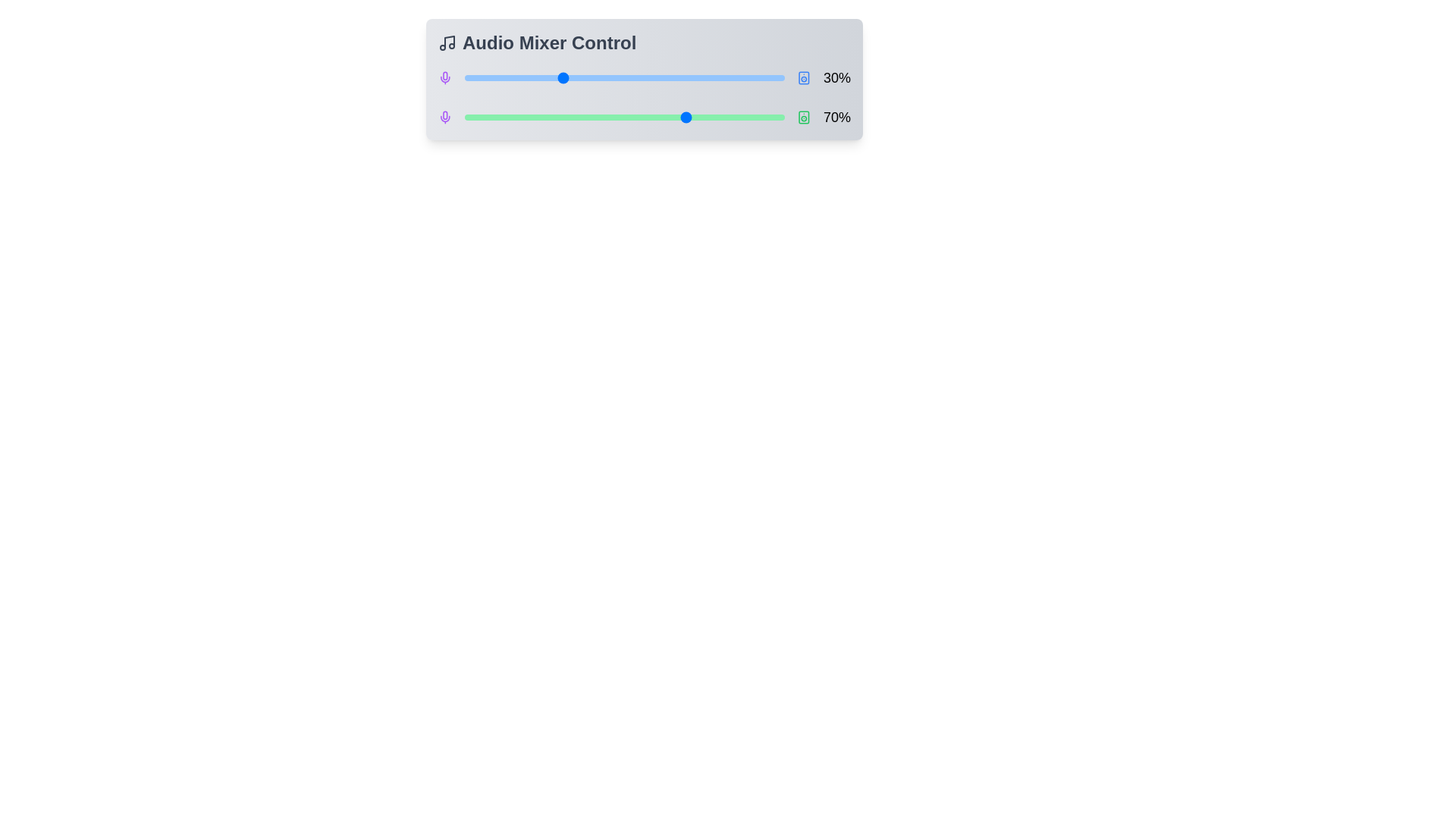 The image size is (1456, 819). I want to click on the microphone icon located at the far left in the first row of the Audio Mixer Control section, which symbolizes an audio input device, so click(444, 115).